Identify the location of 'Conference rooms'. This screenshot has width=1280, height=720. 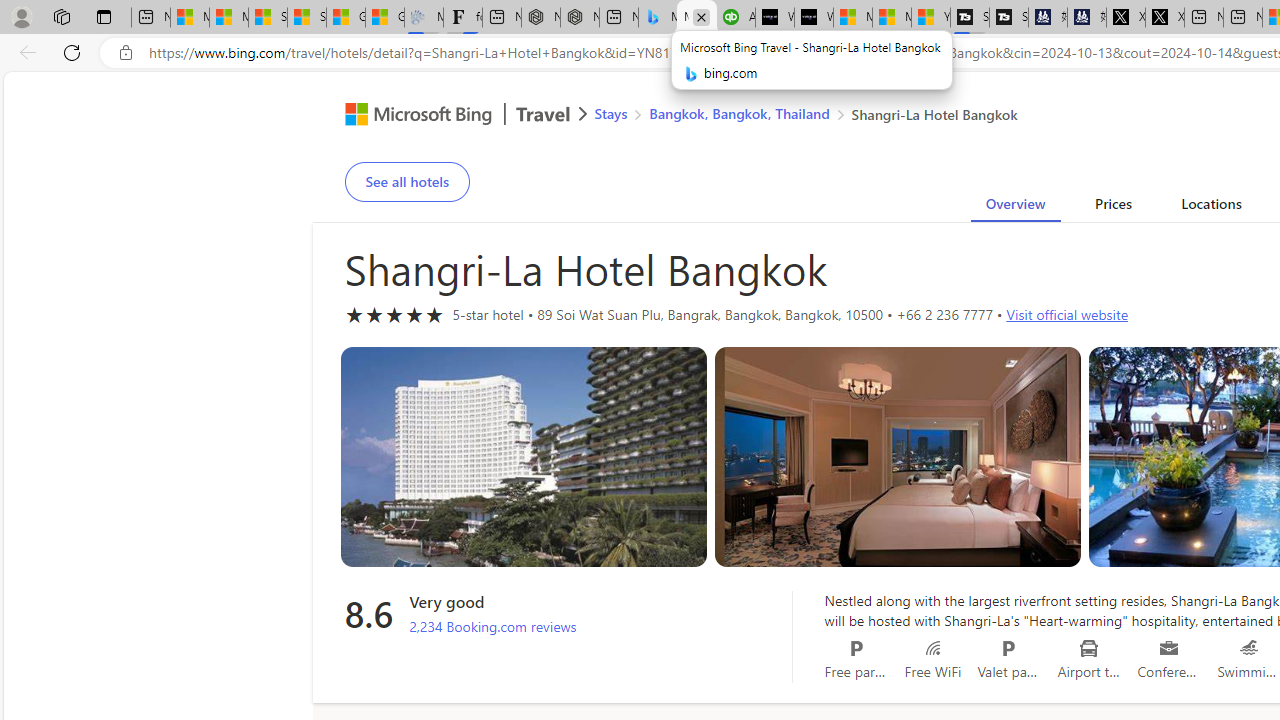
(1169, 648).